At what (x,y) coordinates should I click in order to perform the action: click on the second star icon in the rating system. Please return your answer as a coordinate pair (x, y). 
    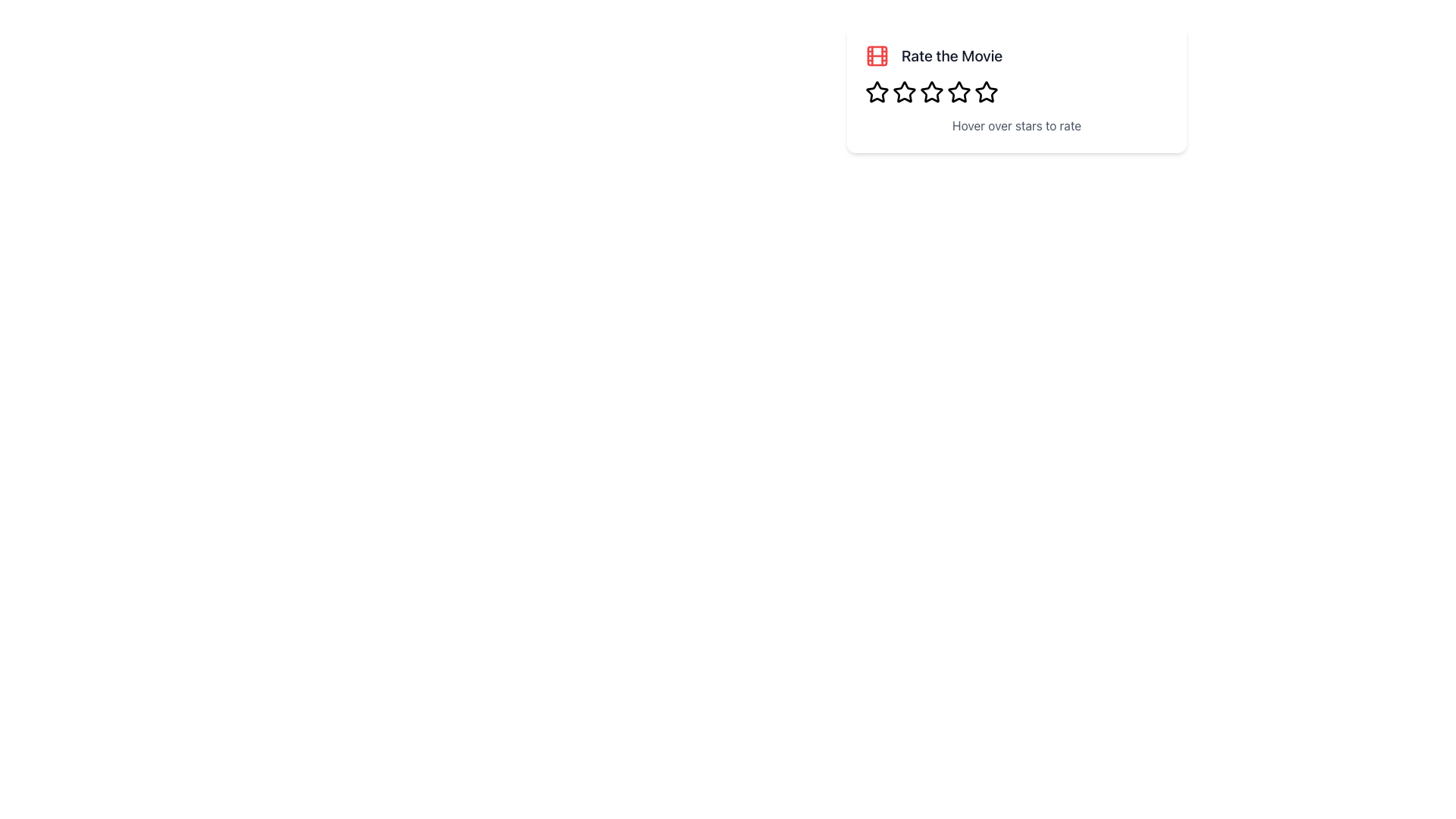
    Looking at the image, I should click on (903, 91).